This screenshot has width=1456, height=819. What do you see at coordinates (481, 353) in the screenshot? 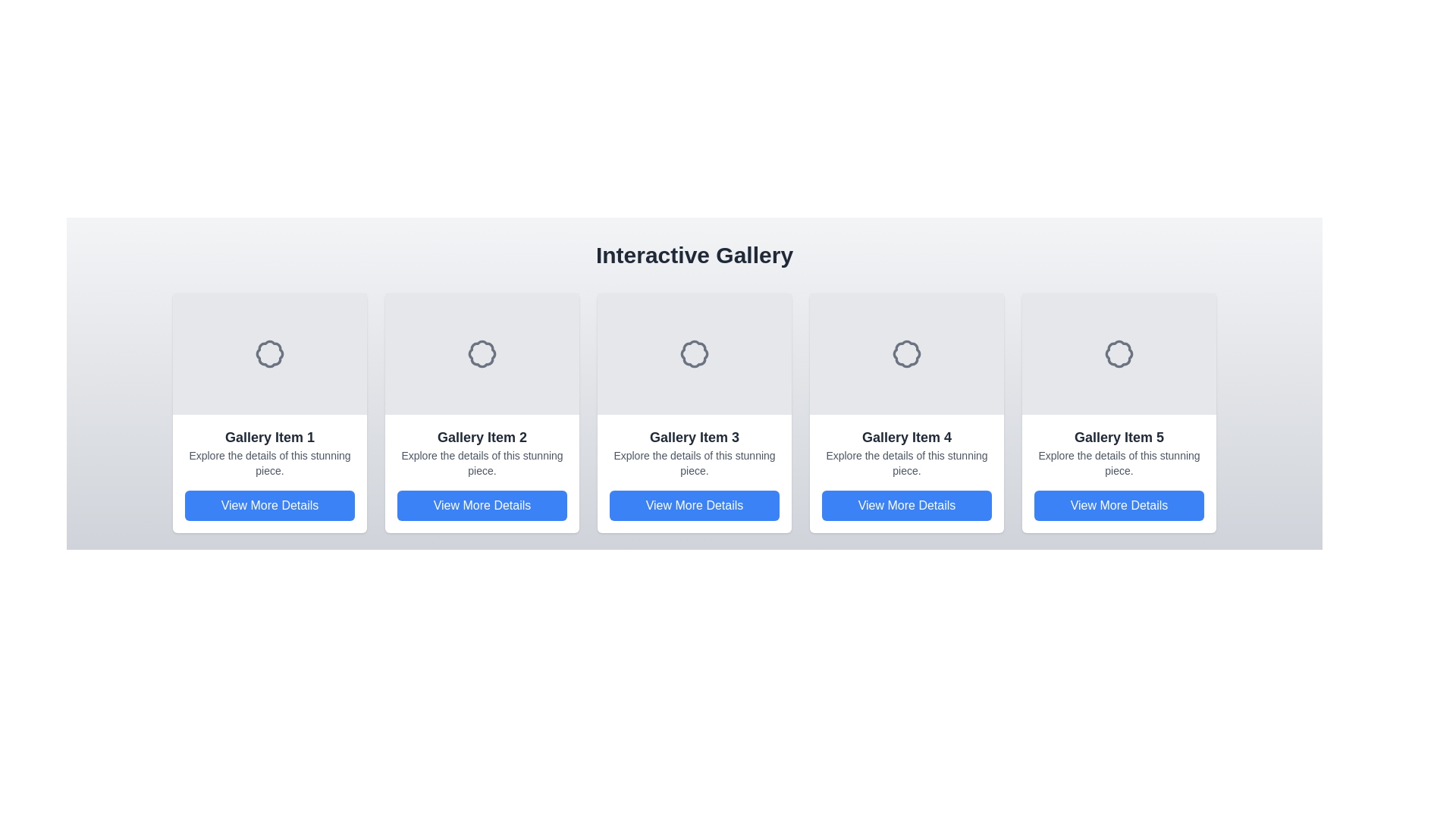
I see `the scalloped circular icon with a gray border located at the center-top of the 'Gallery Item 2' card, which is the second item from the left in the gallery` at bounding box center [481, 353].